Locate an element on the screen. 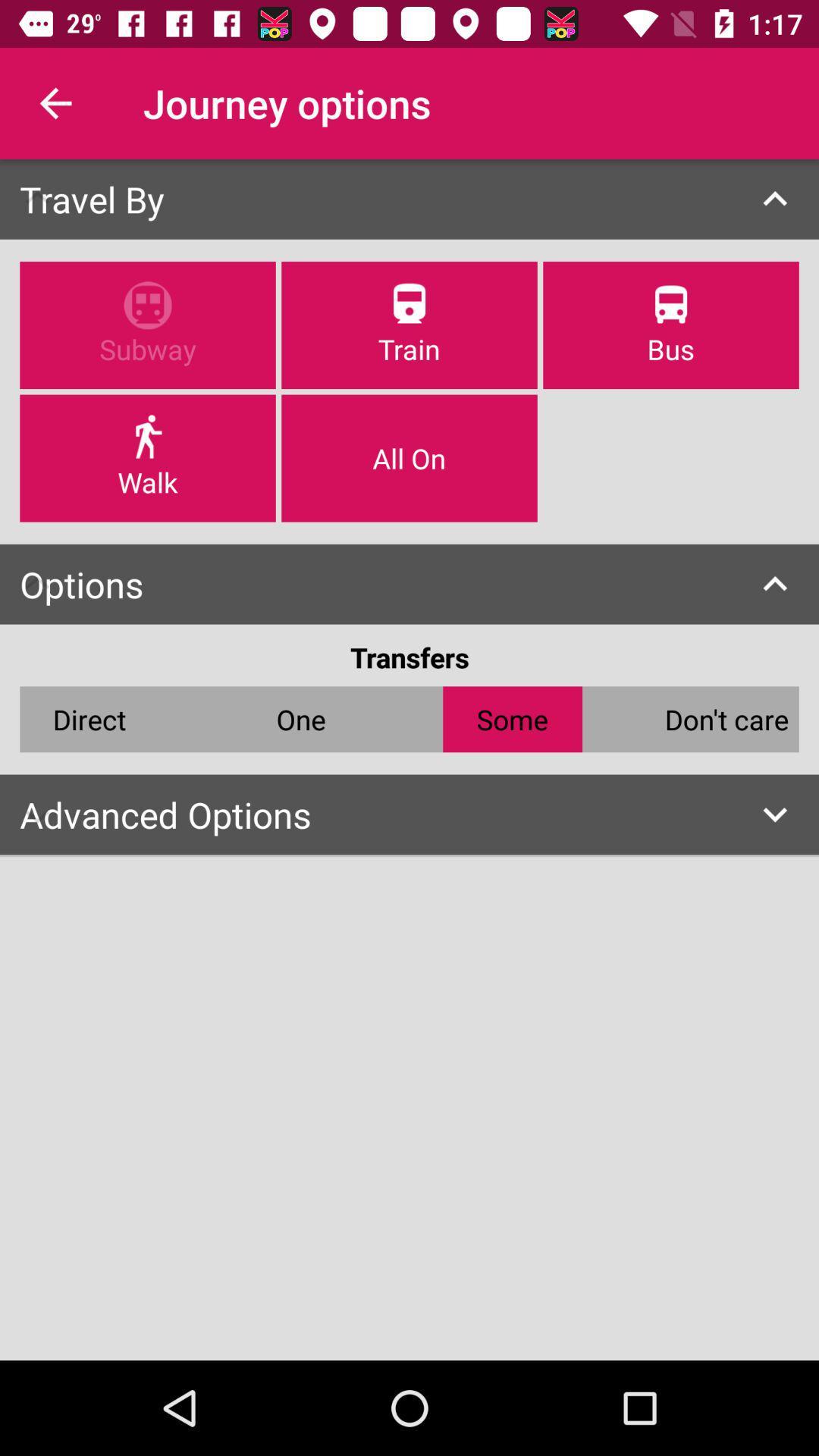 This screenshot has height=1456, width=819. the item above the advanced options icon is located at coordinates (726, 718).